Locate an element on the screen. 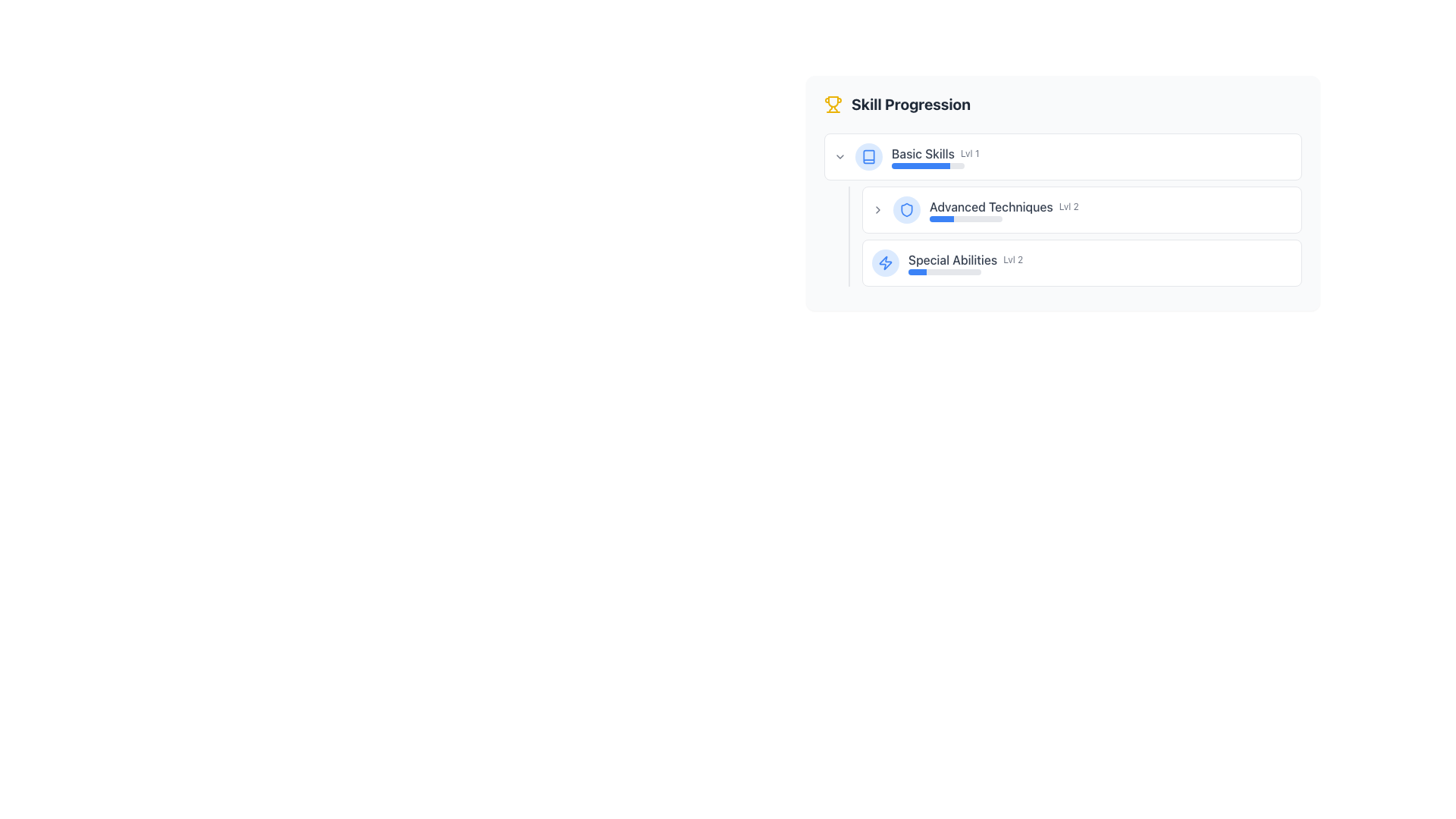  the Progress bar that visually represents a 25% completion of the associated goal or task, located below the 'Special Abilities Lvl 2' text in the right-side section of the interface is located at coordinates (944, 271).